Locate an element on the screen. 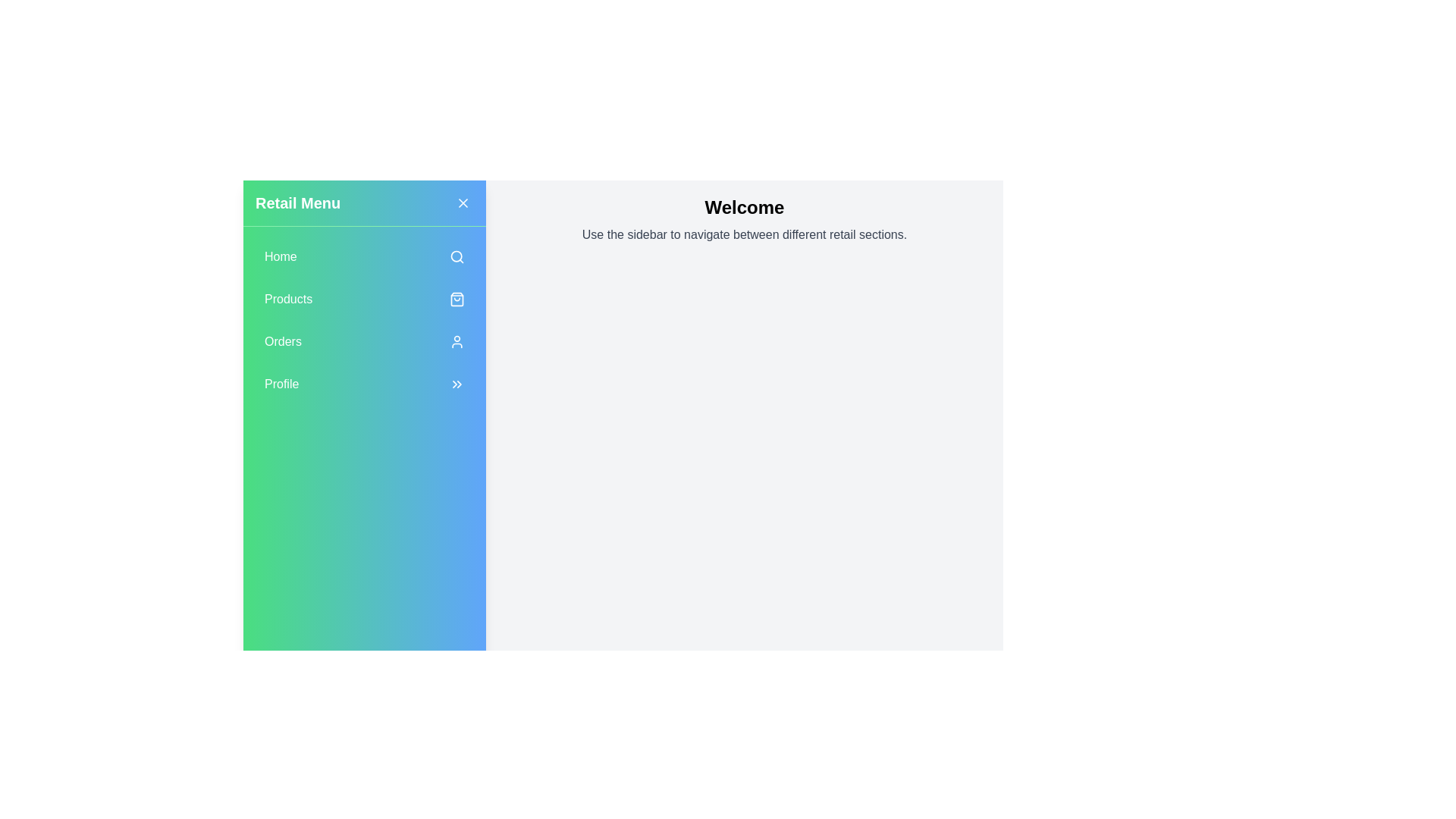 This screenshot has width=1456, height=819. the 'Orders' button in the menu is located at coordinates (364, 320).